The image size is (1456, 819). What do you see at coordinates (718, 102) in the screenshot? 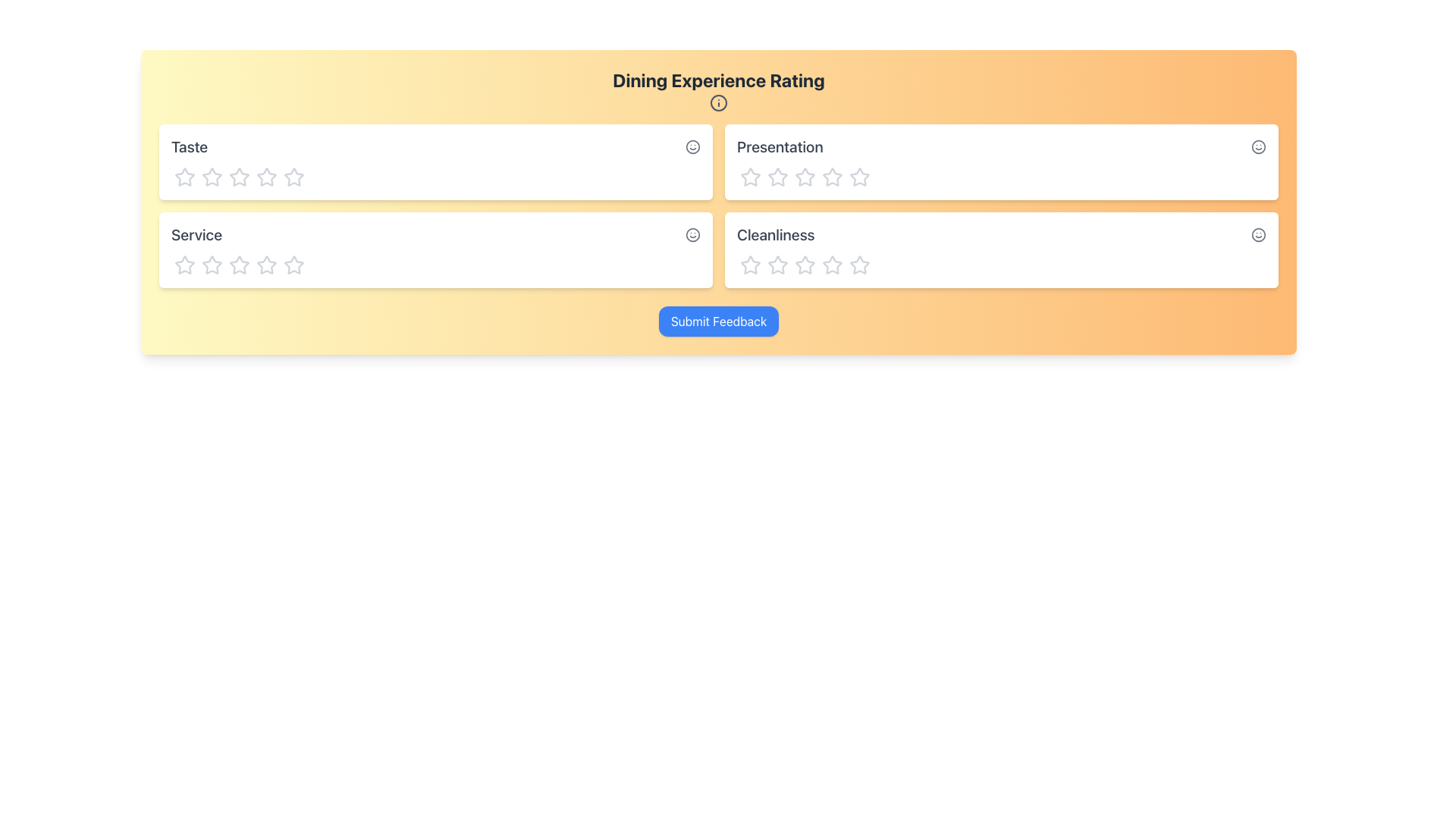
I see `the informational icon located above the 'Dining Experience Rating' section` at bounding box center [718, 102].